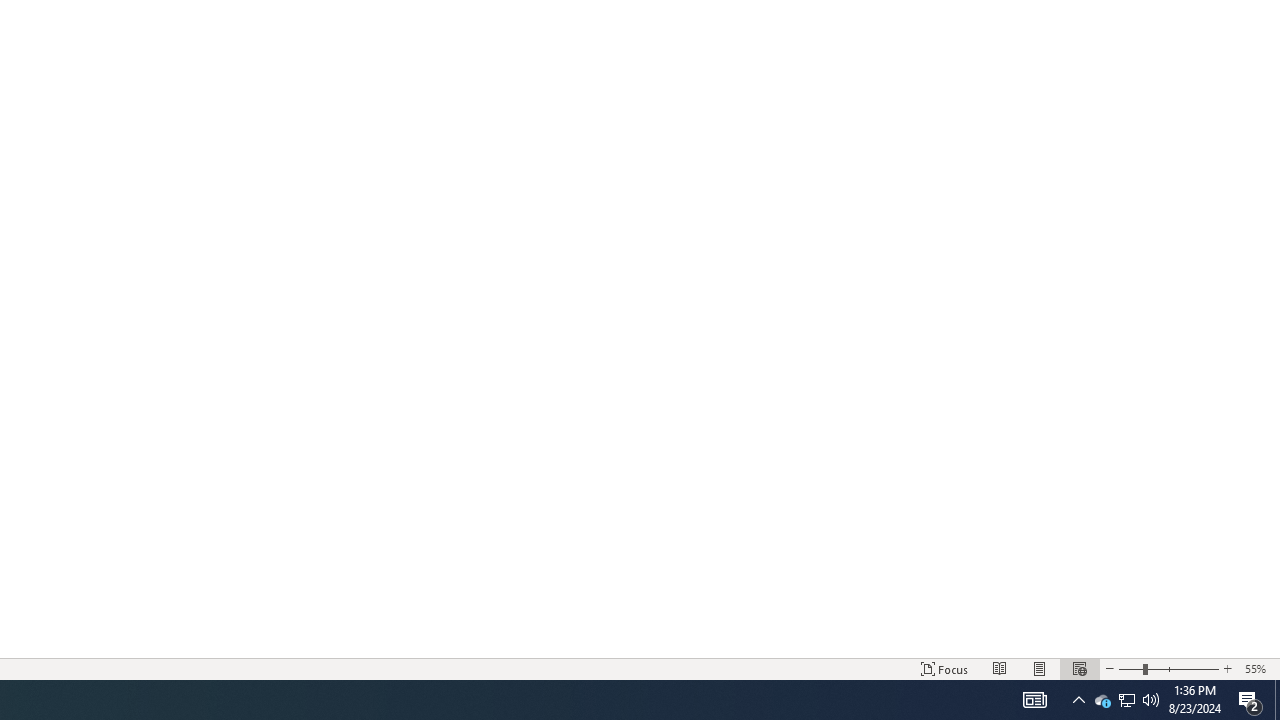 Image resolution: width=1280 pixels, height=720 pixels. Describe the element at coordinates (1168, 669) in the screenshot. I see `'Zoom'` at that location.